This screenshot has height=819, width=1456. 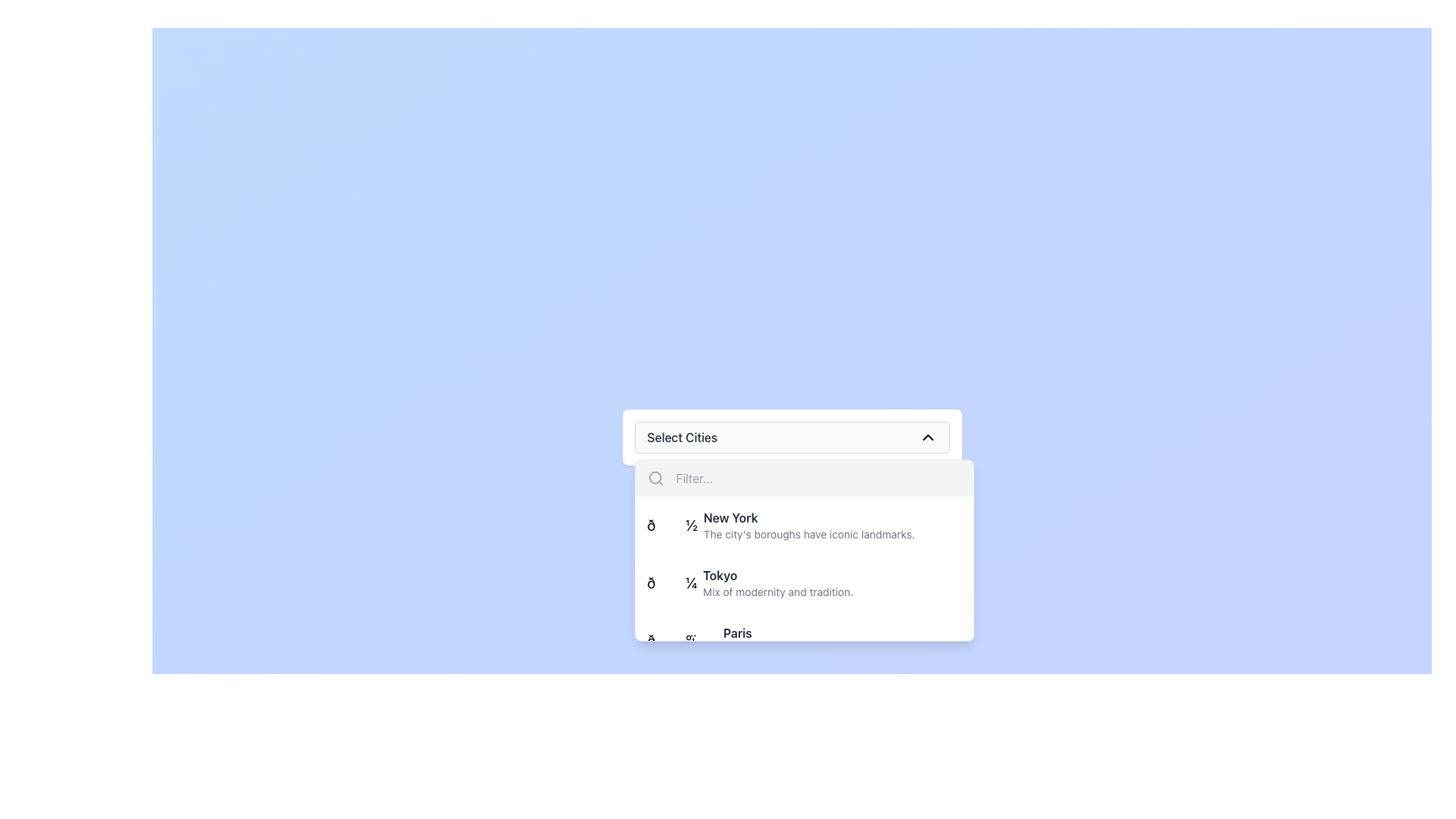 What do you see at coordinates (808, 525) in the screenshot?
I see `the list item displaying 'New York' within the dropdown menu under the 'Select Cities' field` at bounding box center [808, 525].